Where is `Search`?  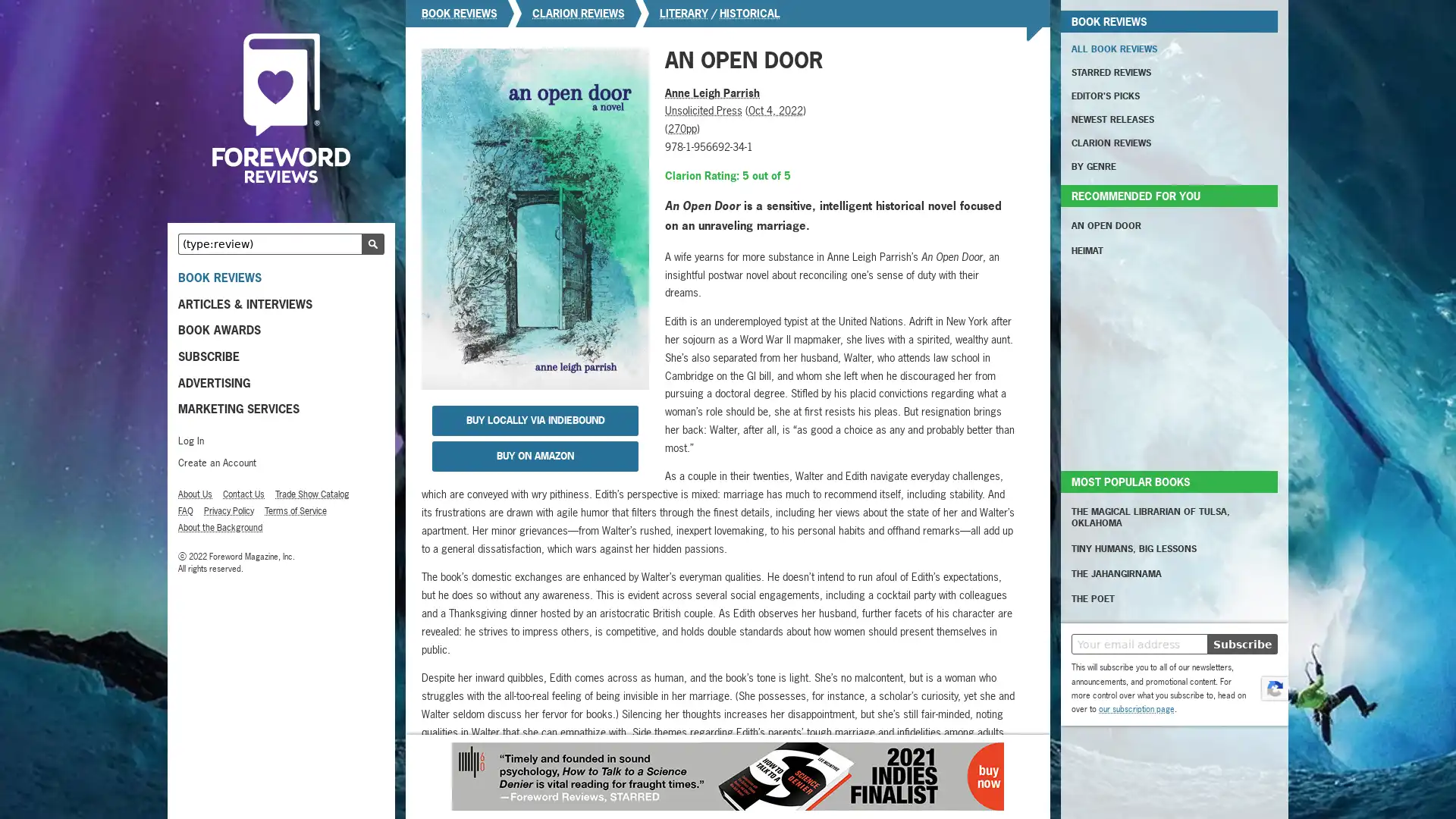
Search is located at coordinates (372, 243).